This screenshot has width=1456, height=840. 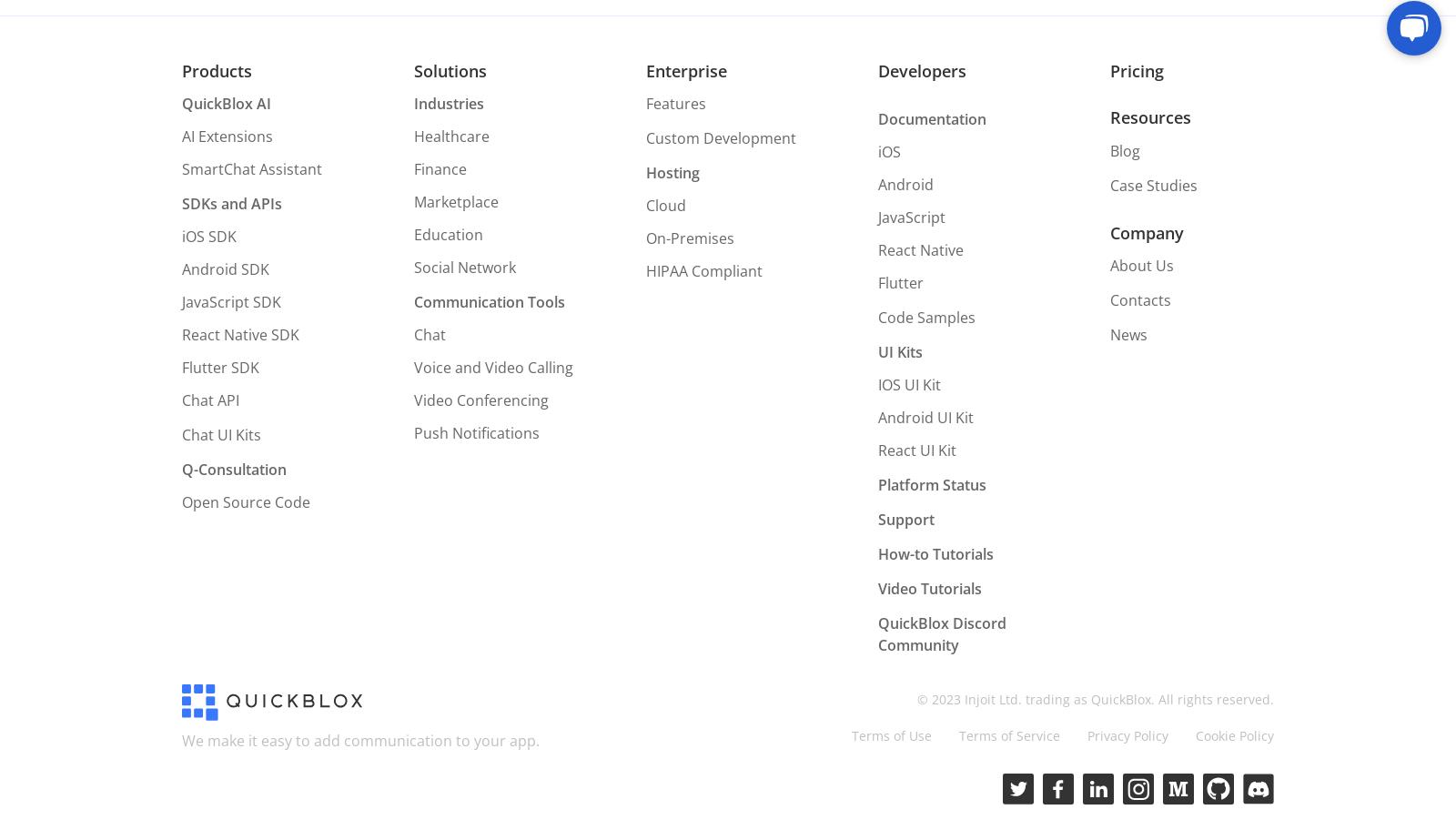 What do you see at coordinates (221, 434) in the screenshot?
I see `'Chat UI Kits'` at bounding box center [221, 434].